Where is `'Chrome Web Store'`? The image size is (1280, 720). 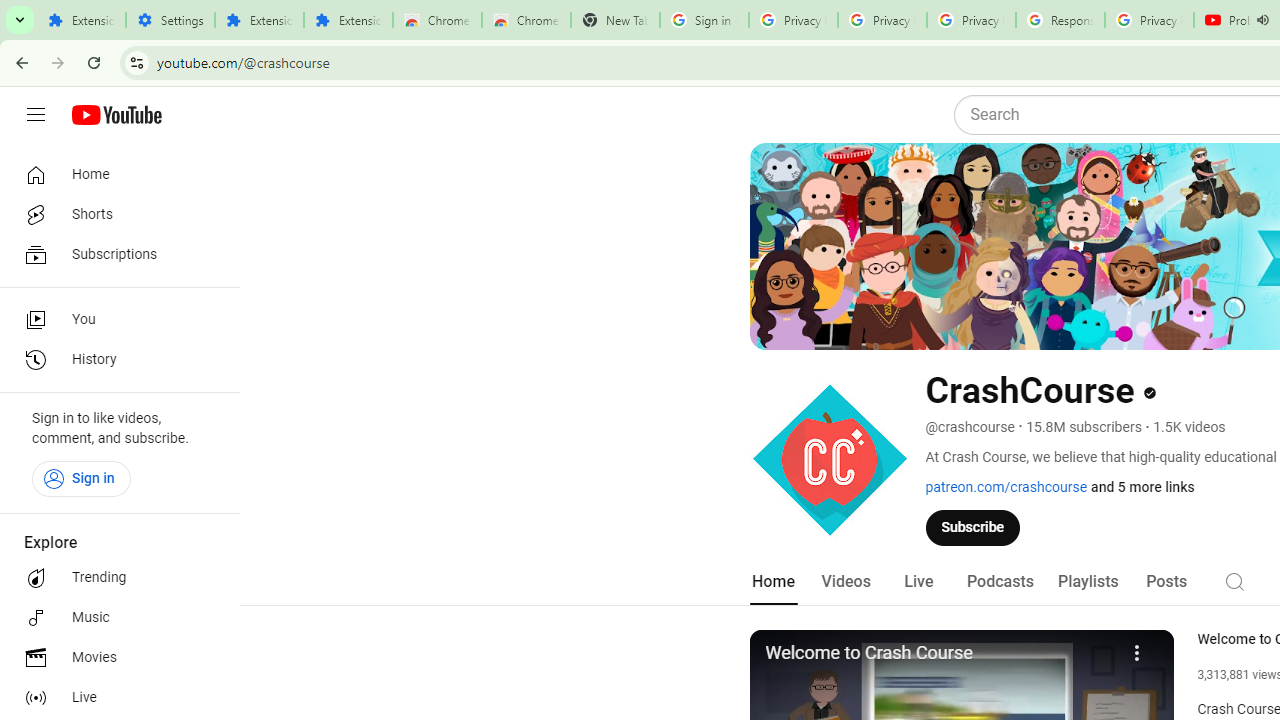
'Chrome Web Store' is located at coordinates (436, 20).